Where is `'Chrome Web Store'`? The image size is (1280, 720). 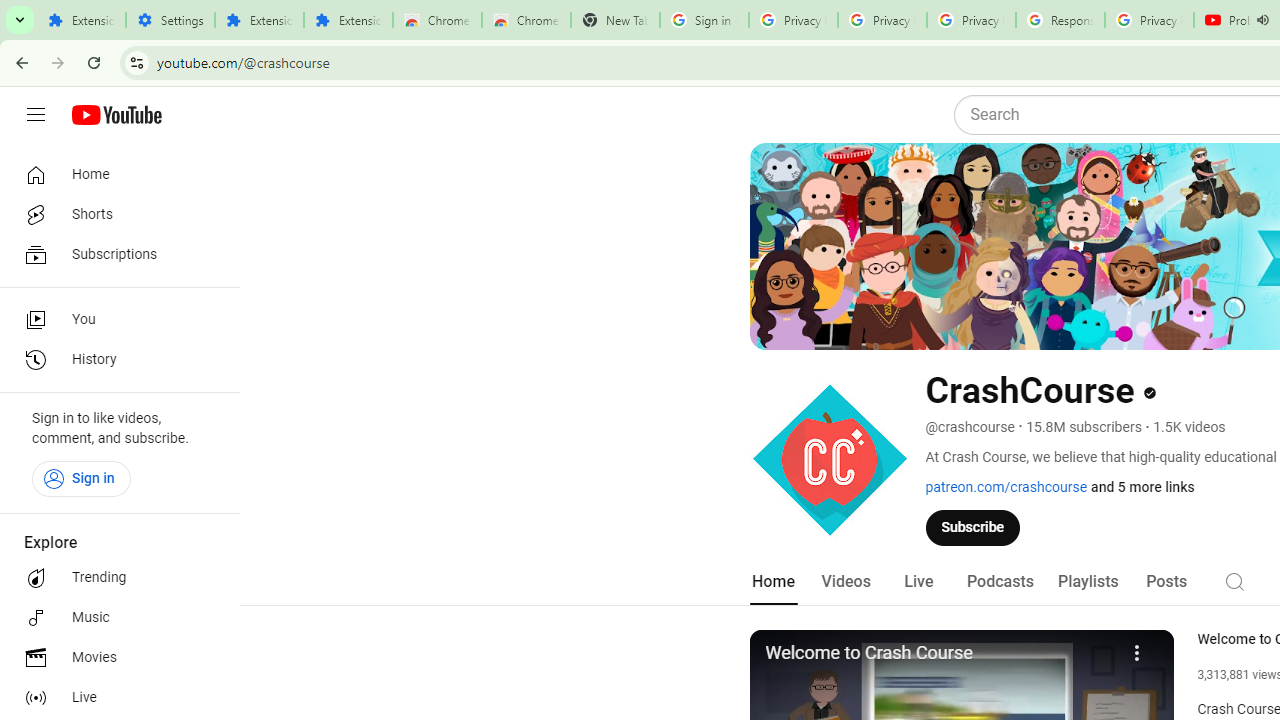
'Chrome Web Store' is located at coordinates (436, 20).